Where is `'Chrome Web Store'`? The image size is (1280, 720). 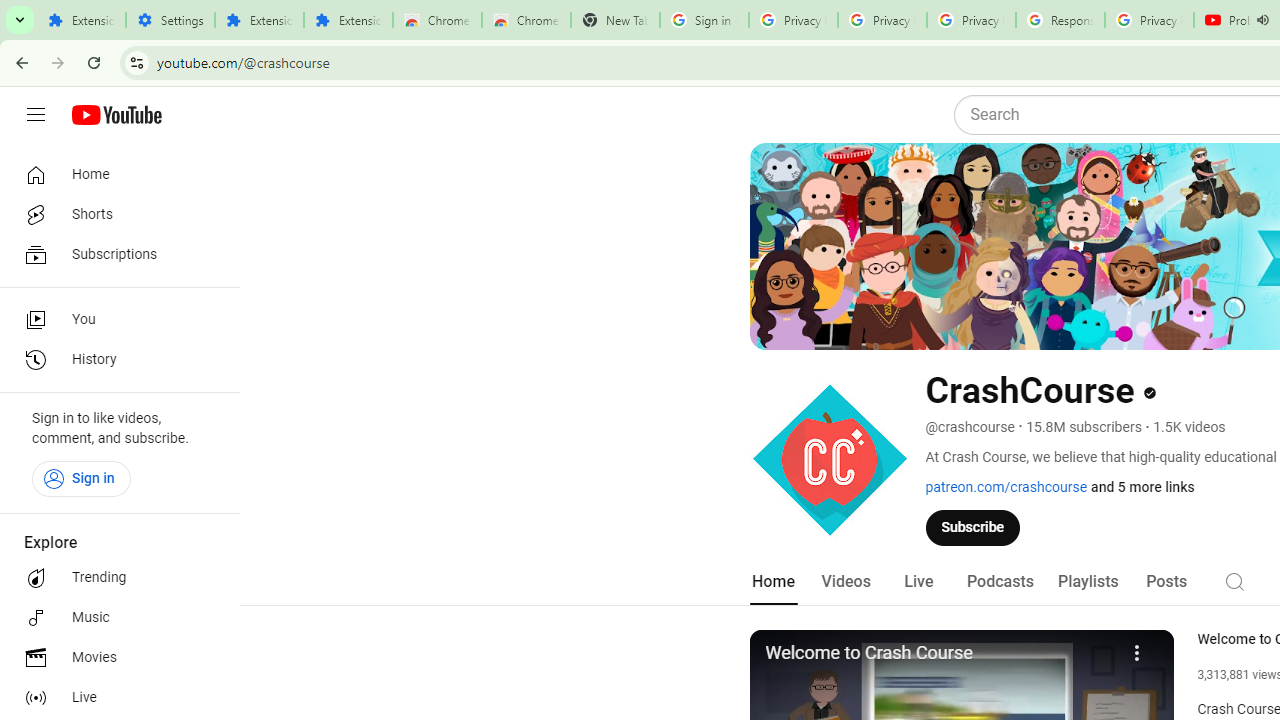
'Chrome Web Store' is located at coordinates (436, 20).